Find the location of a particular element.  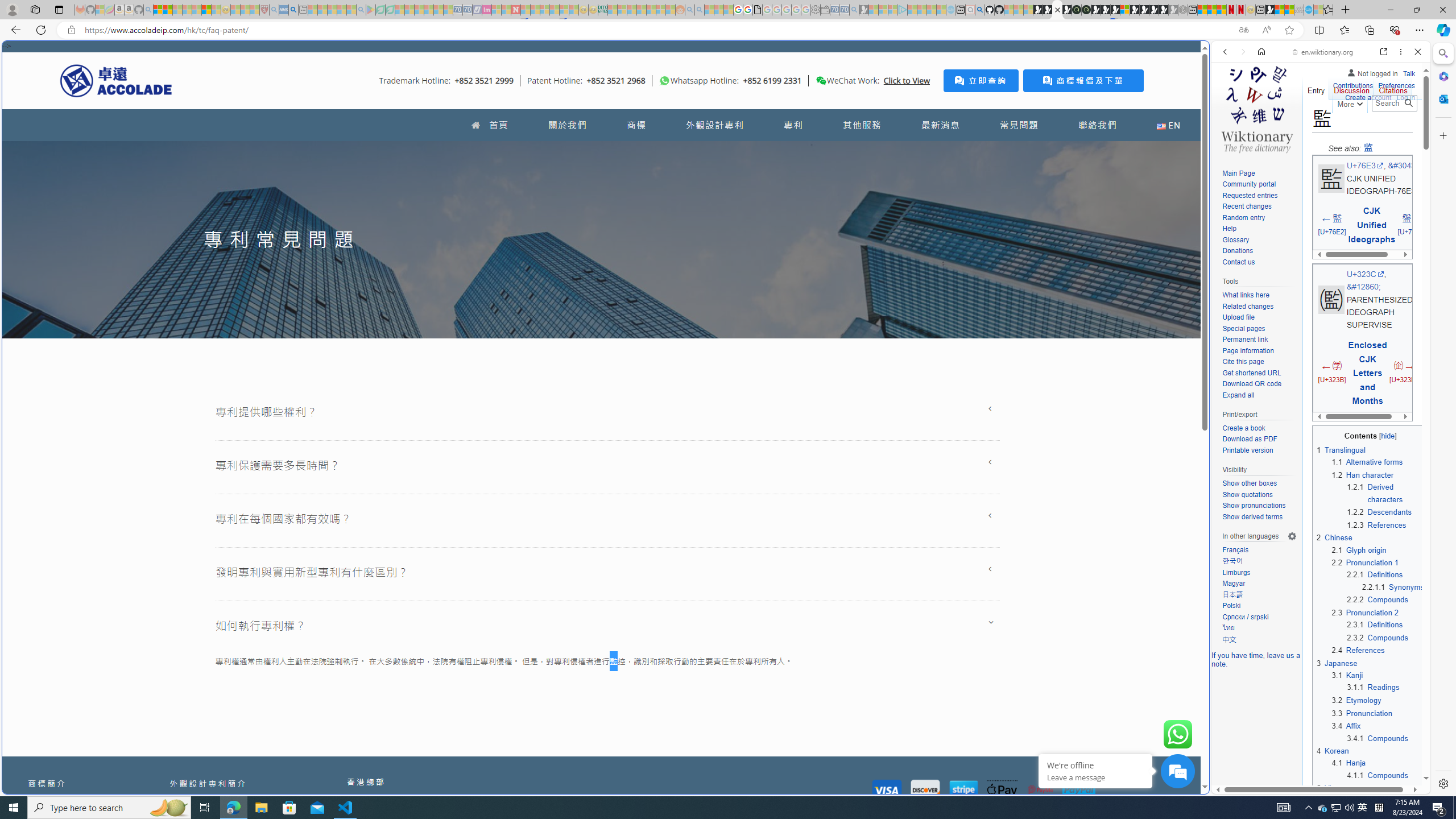

'3.3 Pronunciation' is located at coordinates (1361, 712).